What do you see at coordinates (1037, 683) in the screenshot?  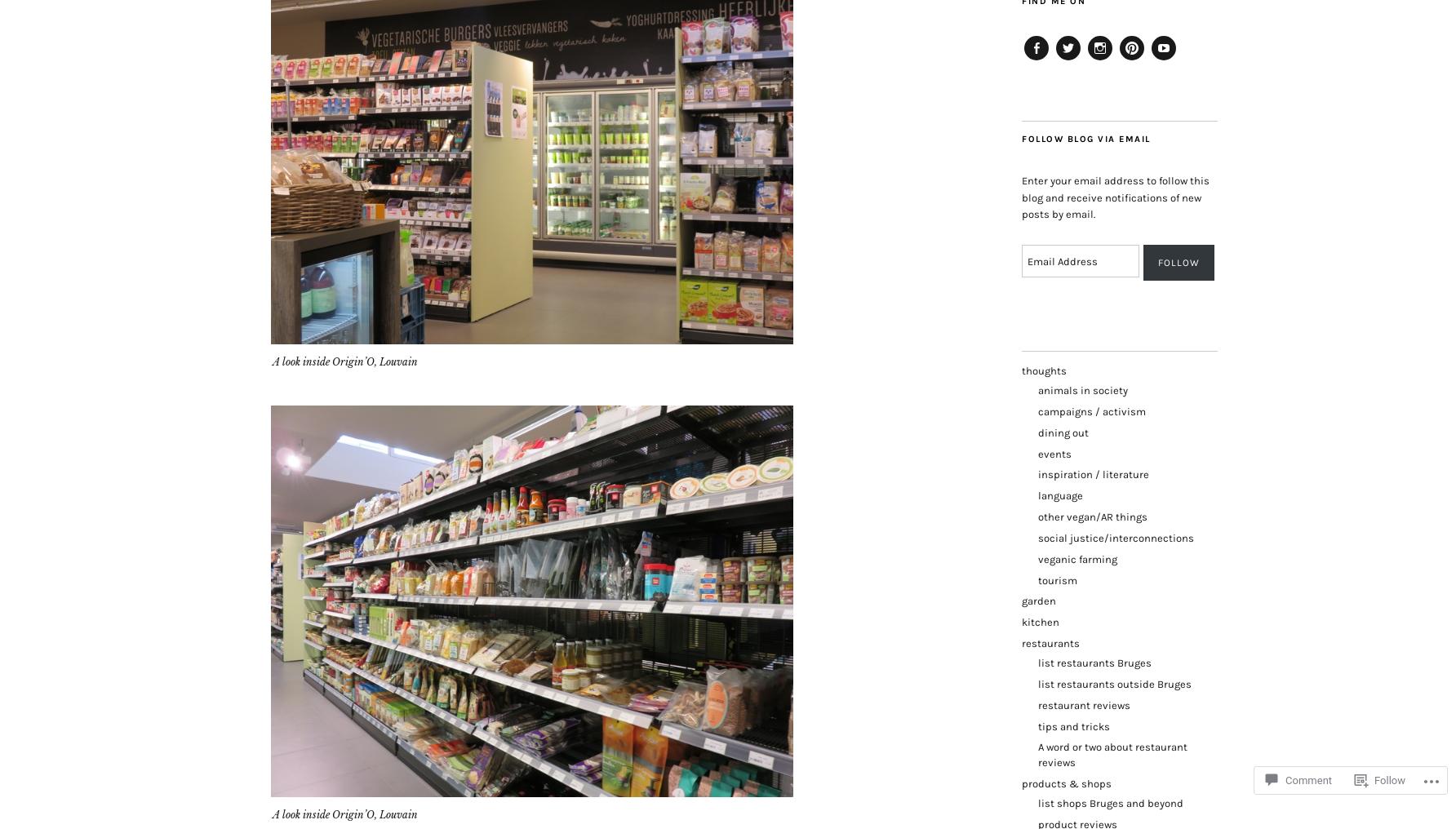 I see `'list restaurants outside Bruges'` at bounding box center [1037, 683].